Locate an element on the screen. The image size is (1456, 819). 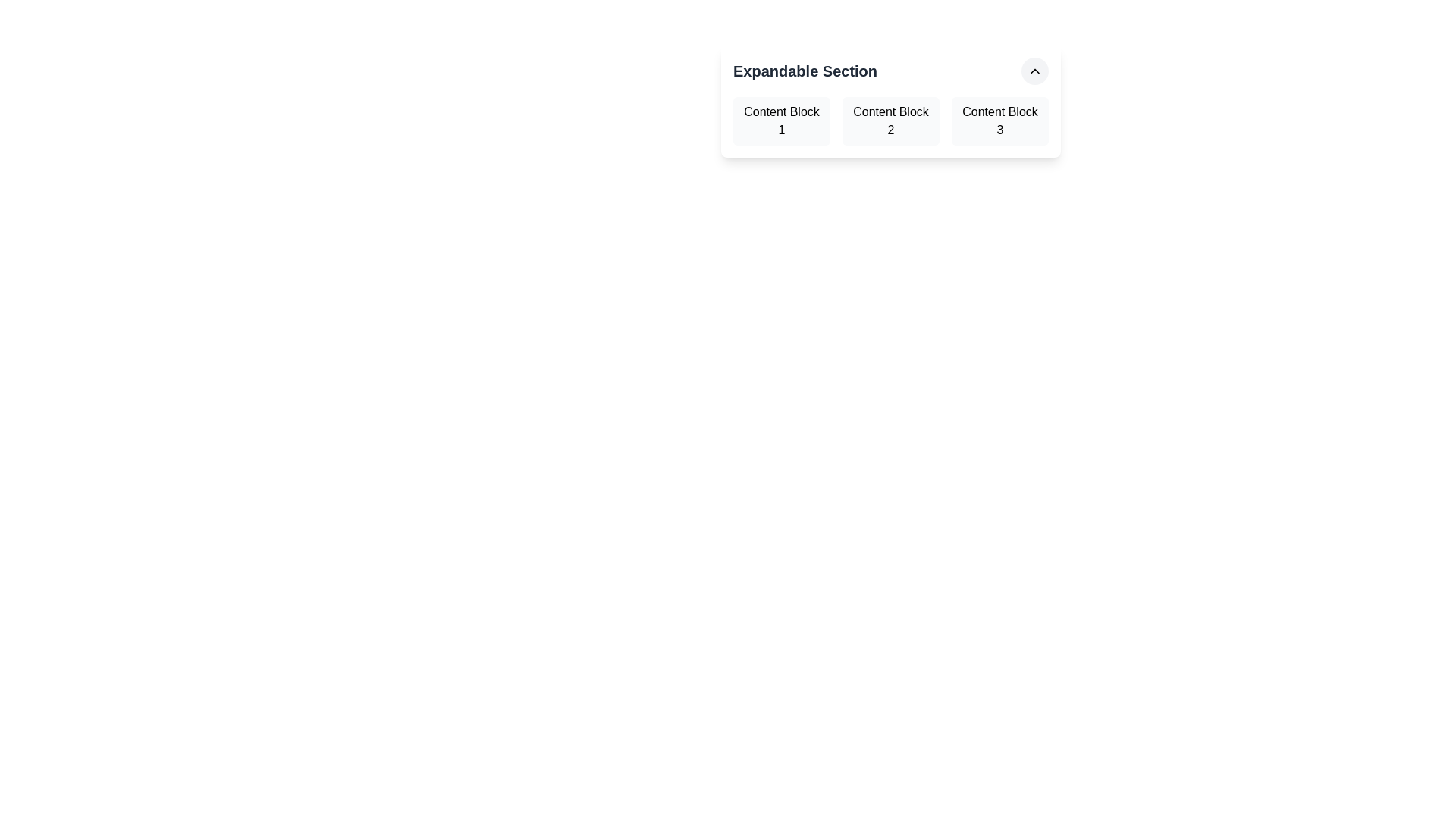
the Static content block labeled 'Content Block 1' is located at coordinates (782, 120).